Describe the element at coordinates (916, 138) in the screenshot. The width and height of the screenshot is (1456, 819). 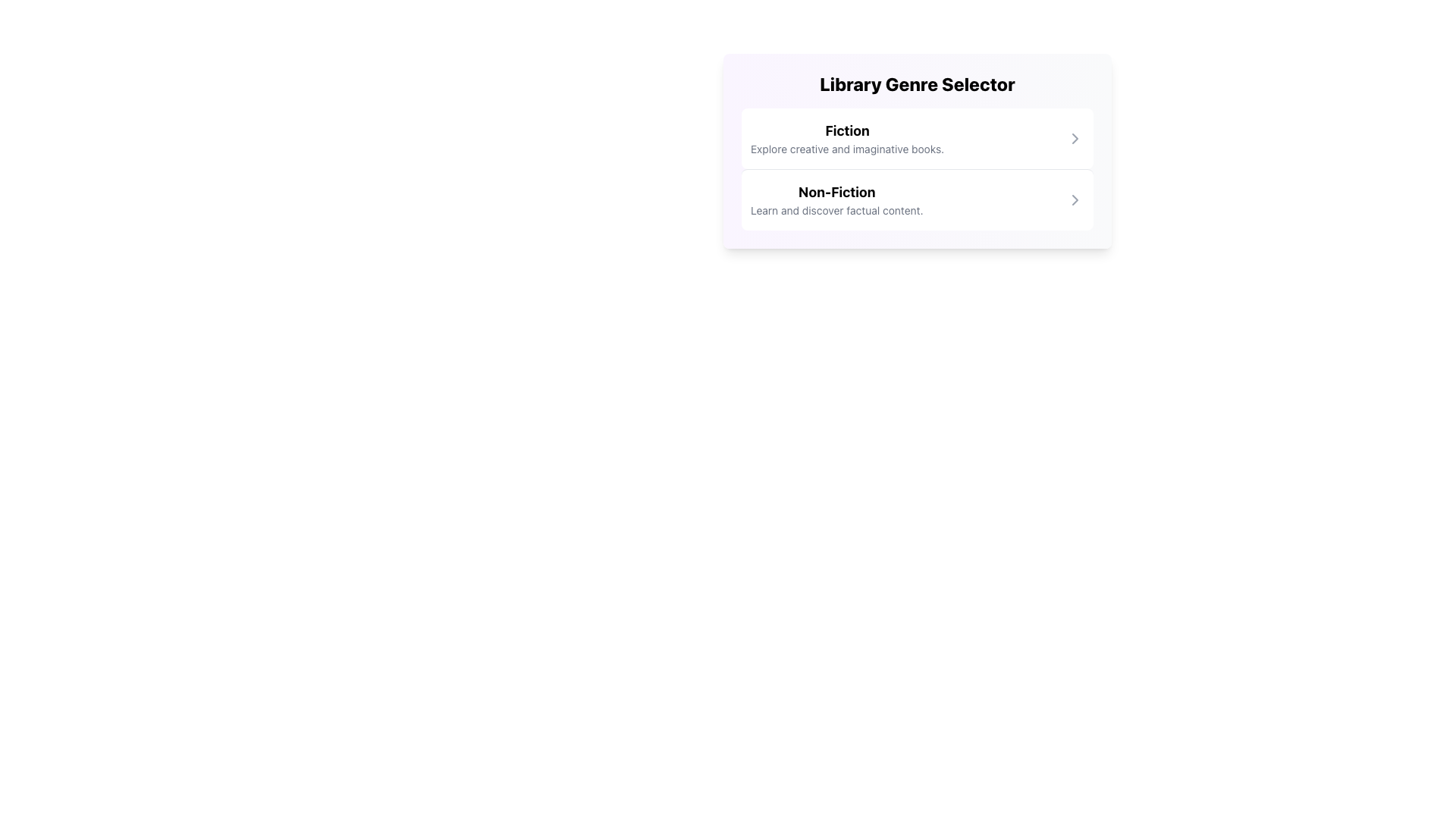
I see `the List Item Button related to the Fiction genre` at that location.